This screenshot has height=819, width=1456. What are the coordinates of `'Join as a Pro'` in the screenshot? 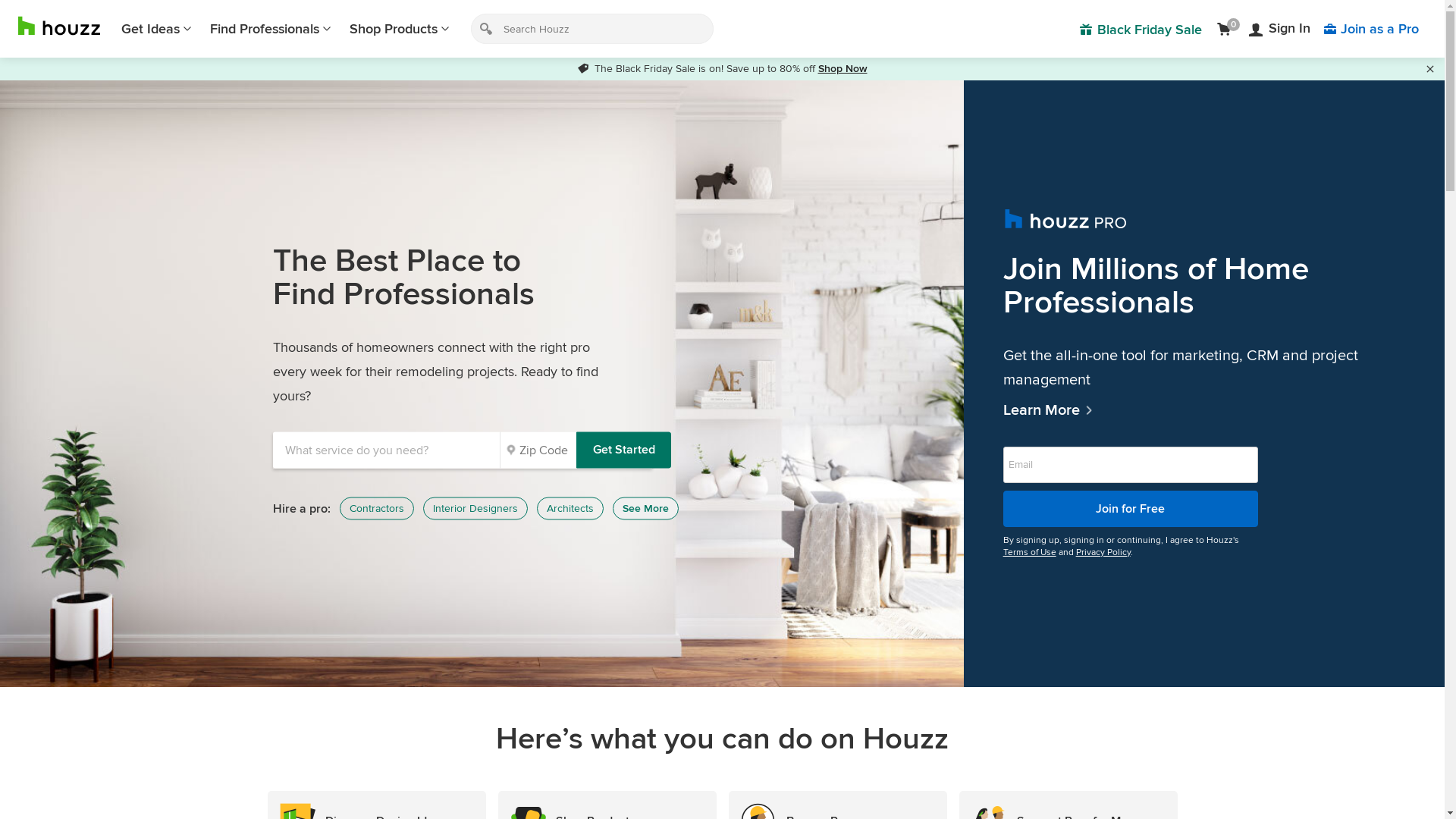 It's located at (1371, 28).